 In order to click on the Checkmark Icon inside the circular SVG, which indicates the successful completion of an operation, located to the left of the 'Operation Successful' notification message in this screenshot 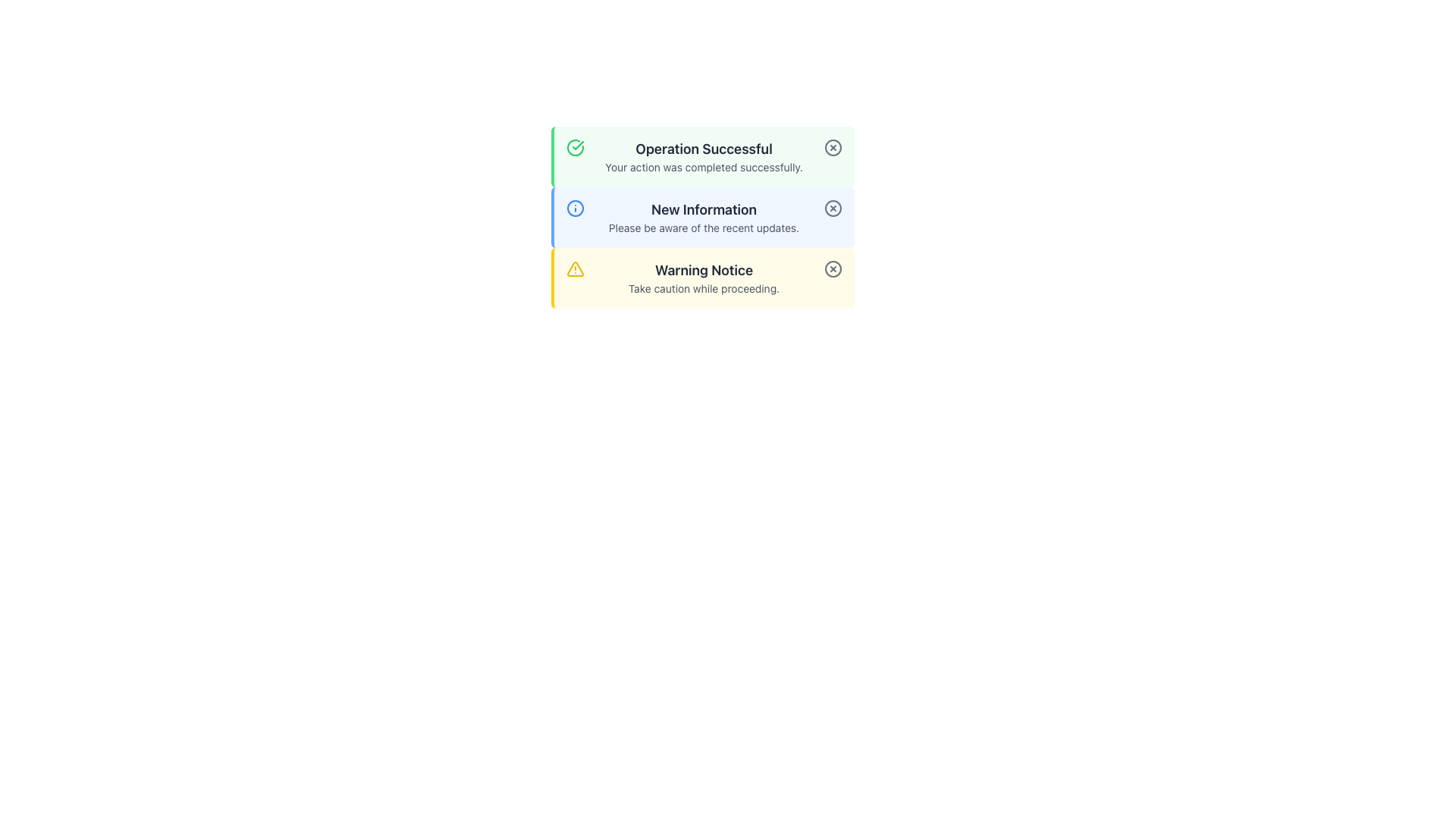, I will do `click(577, 146)`.